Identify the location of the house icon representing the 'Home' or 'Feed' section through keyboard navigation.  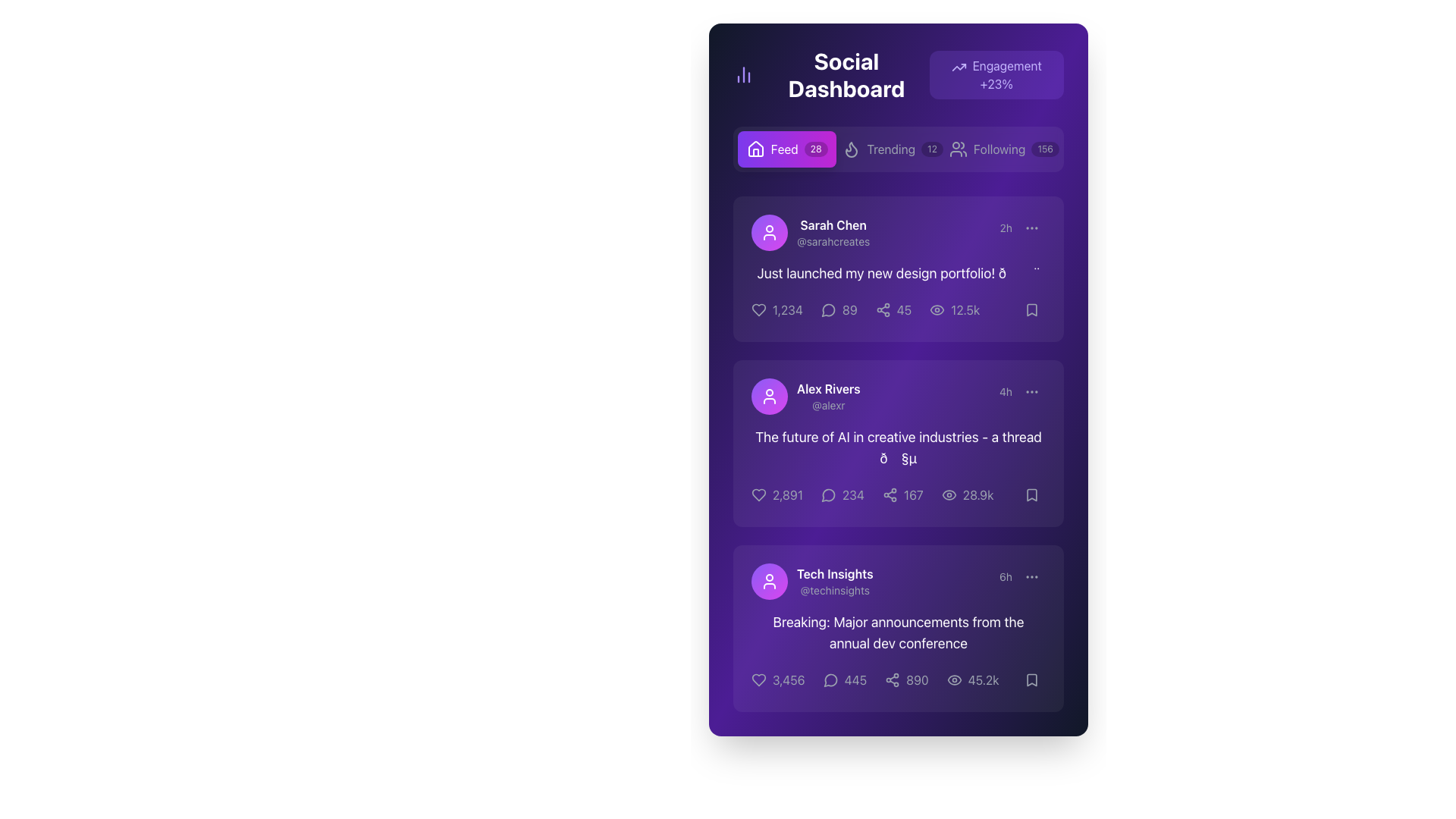
(755, 149).